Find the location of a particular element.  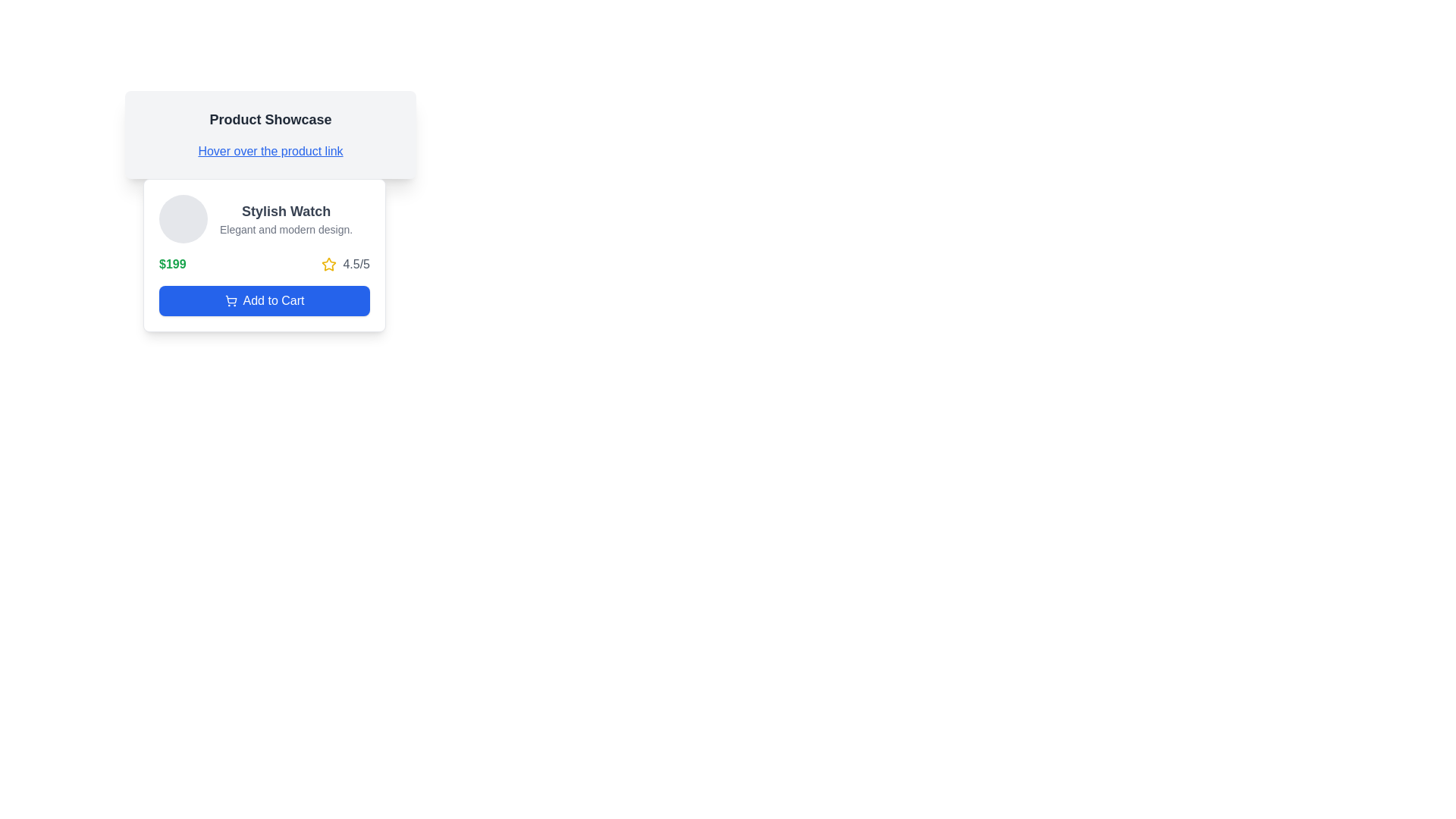

the rating value displayed by the star rating element located in the bottom-right area of the product card, adjacent to the green price tag ('$199') is located at coordinates (345, 263).